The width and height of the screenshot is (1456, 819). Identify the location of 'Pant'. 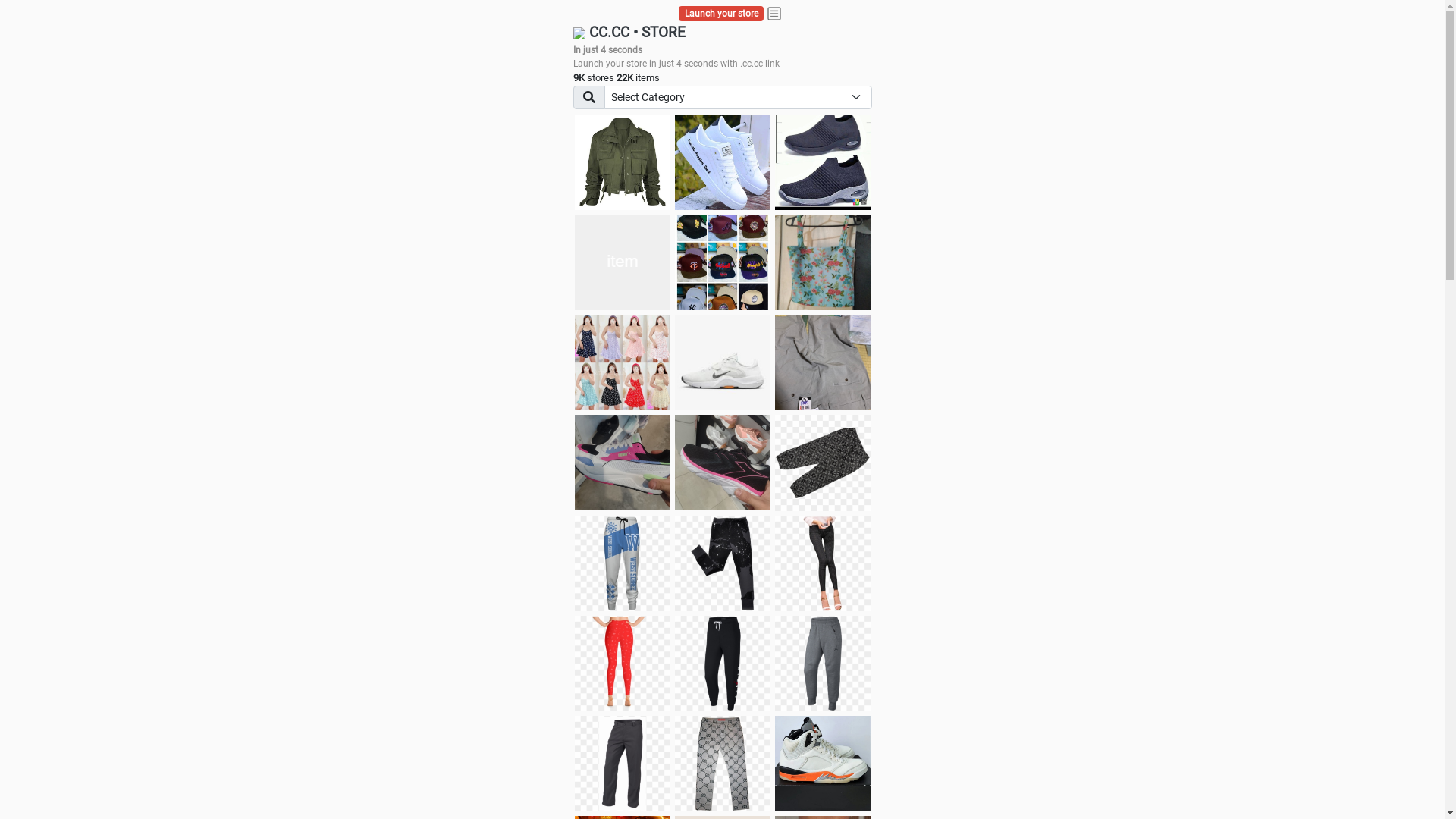
(821, 663).